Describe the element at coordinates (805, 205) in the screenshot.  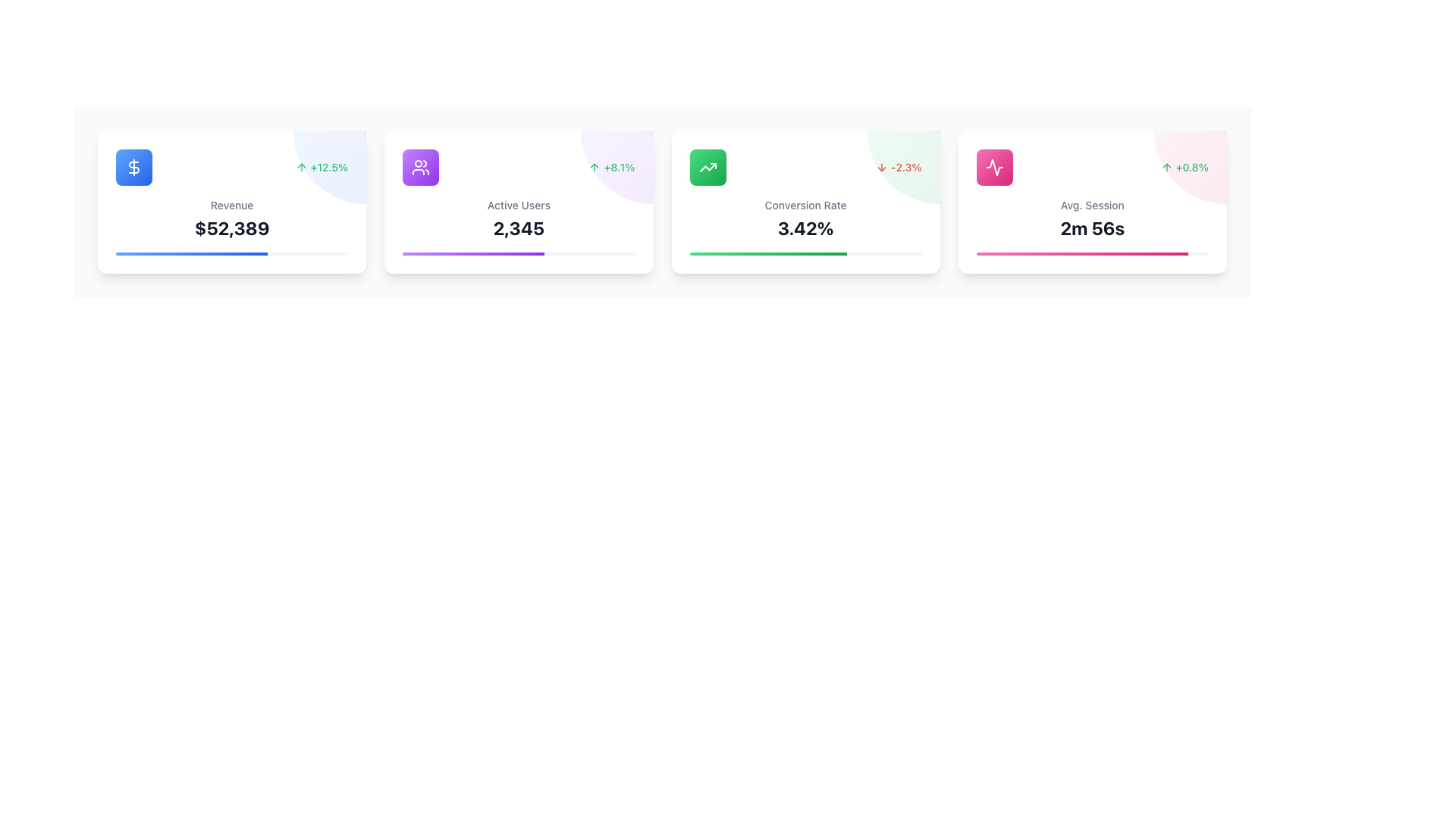
I see `the static text label that indicates the metric for the numerical data '3.42%' in the third card among four horizontally aligned cards` at that location.